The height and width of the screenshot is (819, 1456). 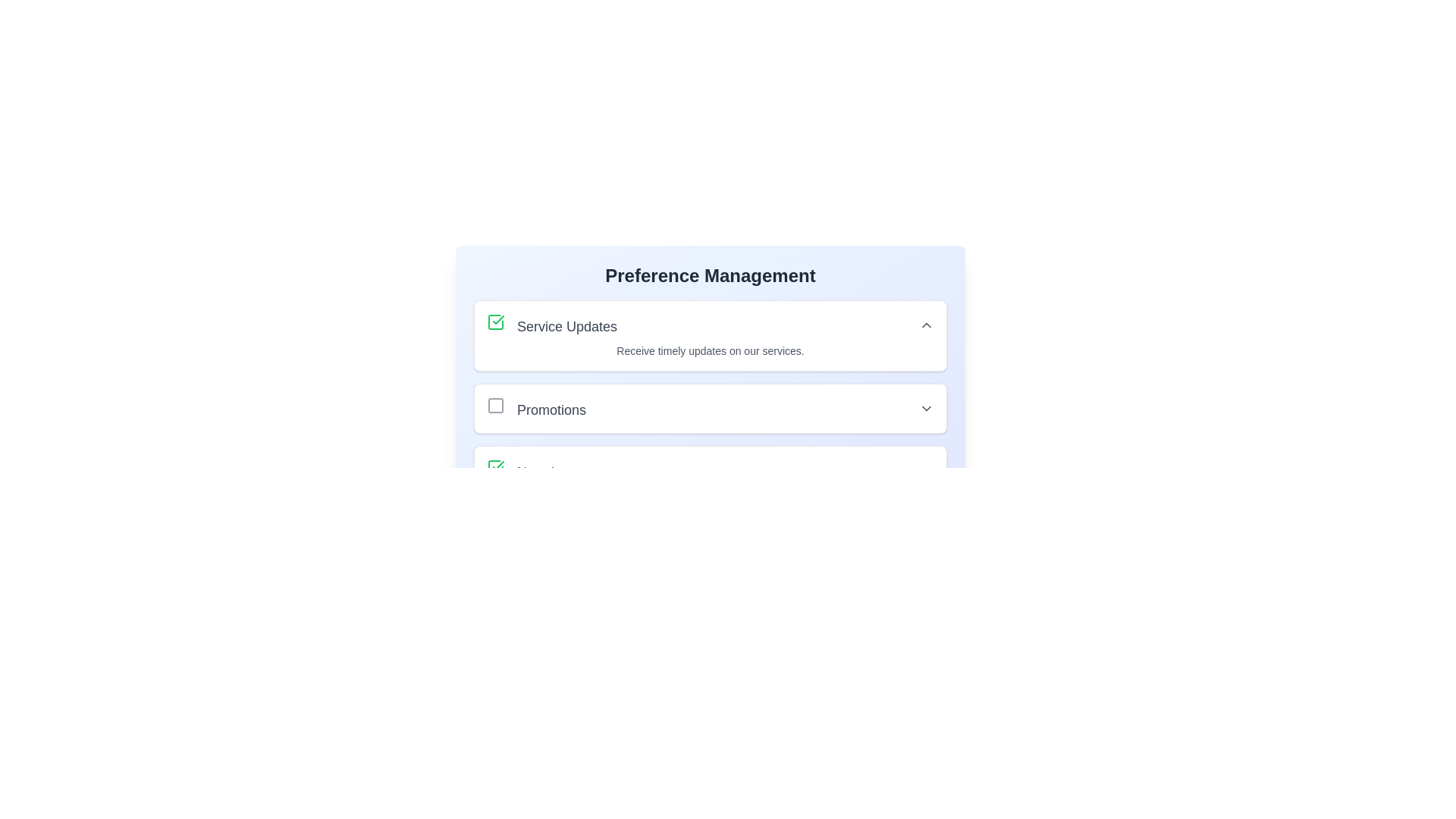 I want to click on the 'Newsletters' checkbox by using the keyboard, so click(x=495, y=467).